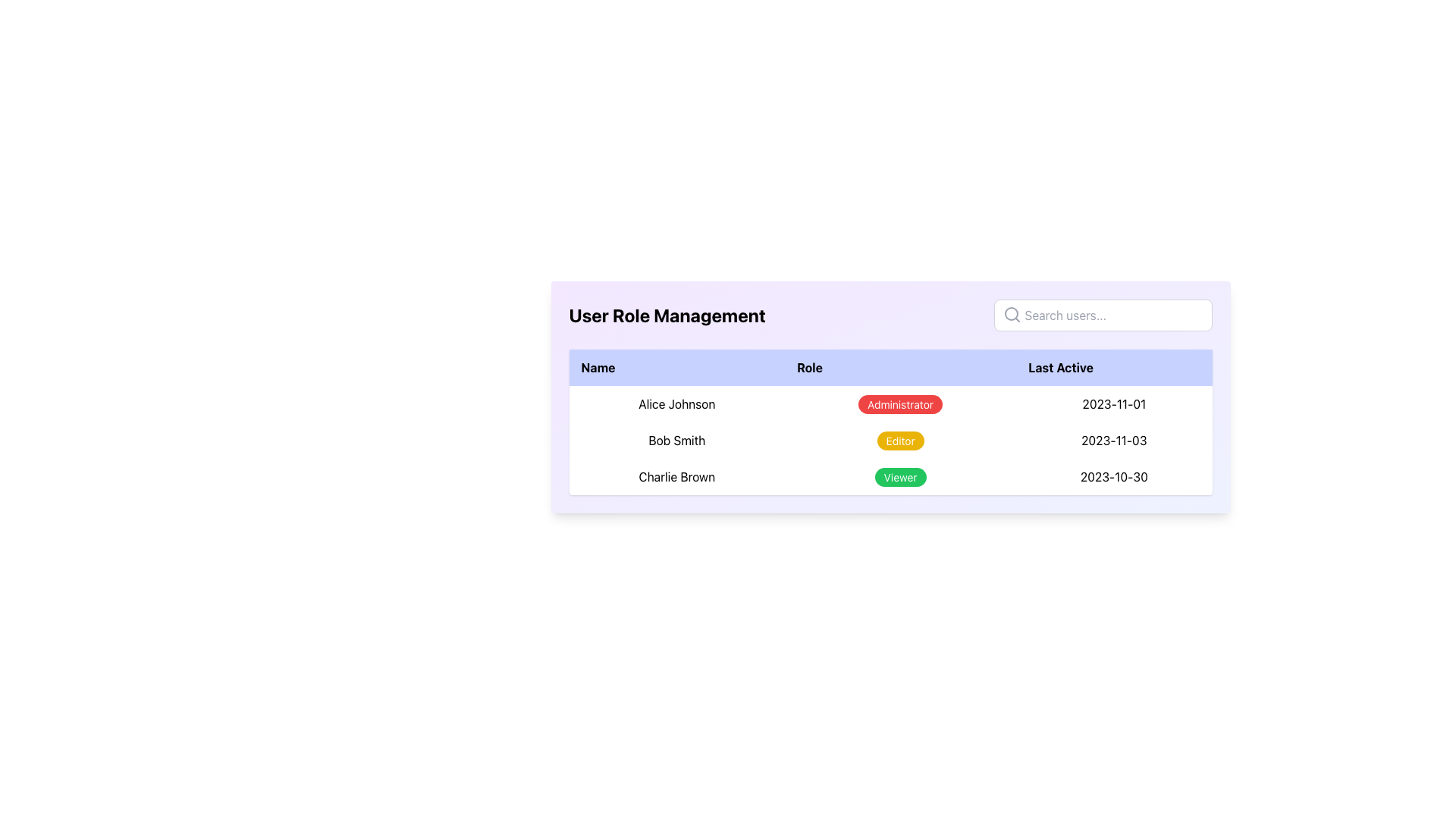  I want to click on the green circular badge with the text 'Viewer' located beside the text 'Viewer' in the third row of the table under the 'Role' column, so click(890, 475).